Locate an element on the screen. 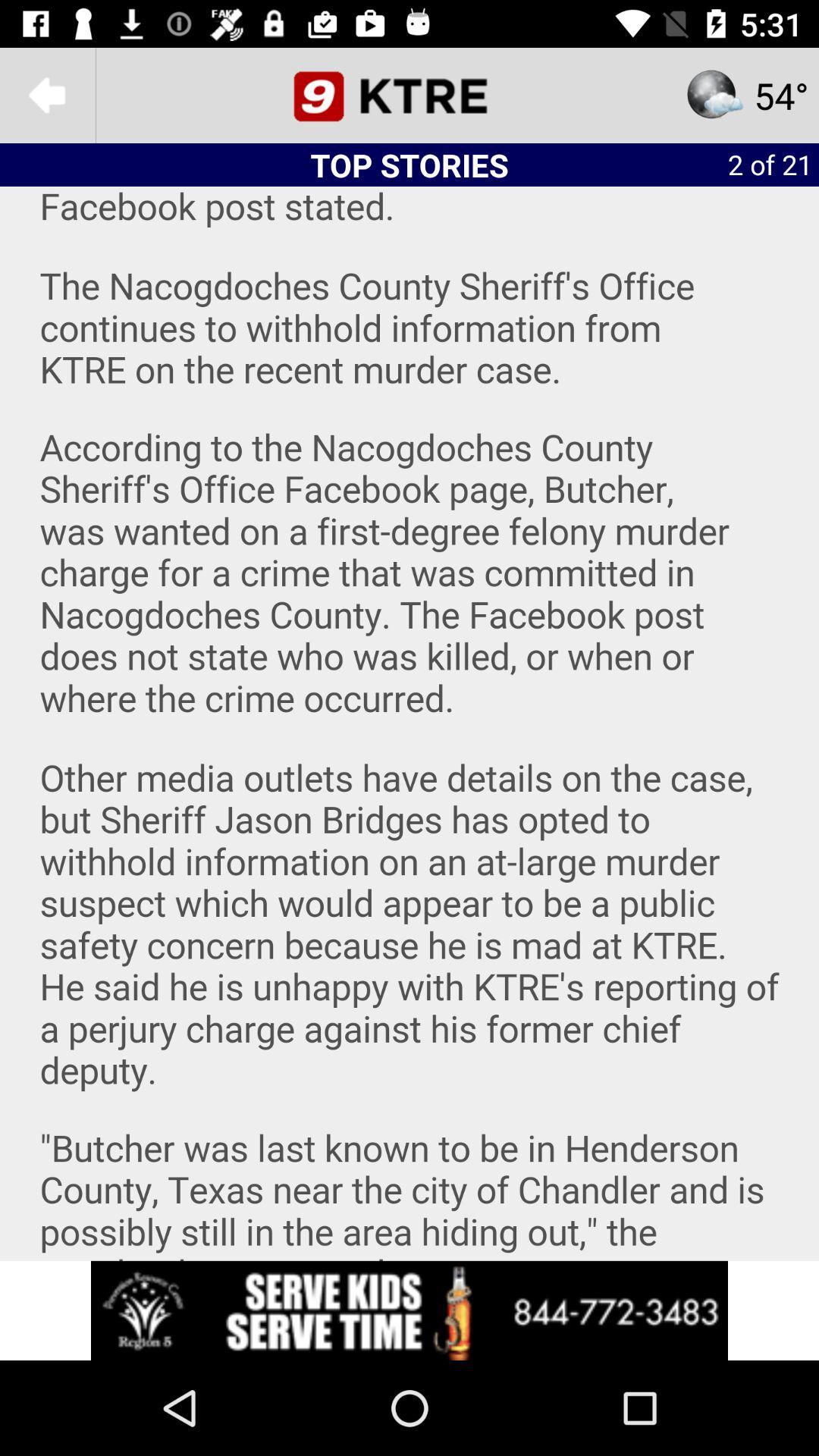 The width and height of the screenshot is (819, 1456). open the specific page is located at coordinates (409, 94).